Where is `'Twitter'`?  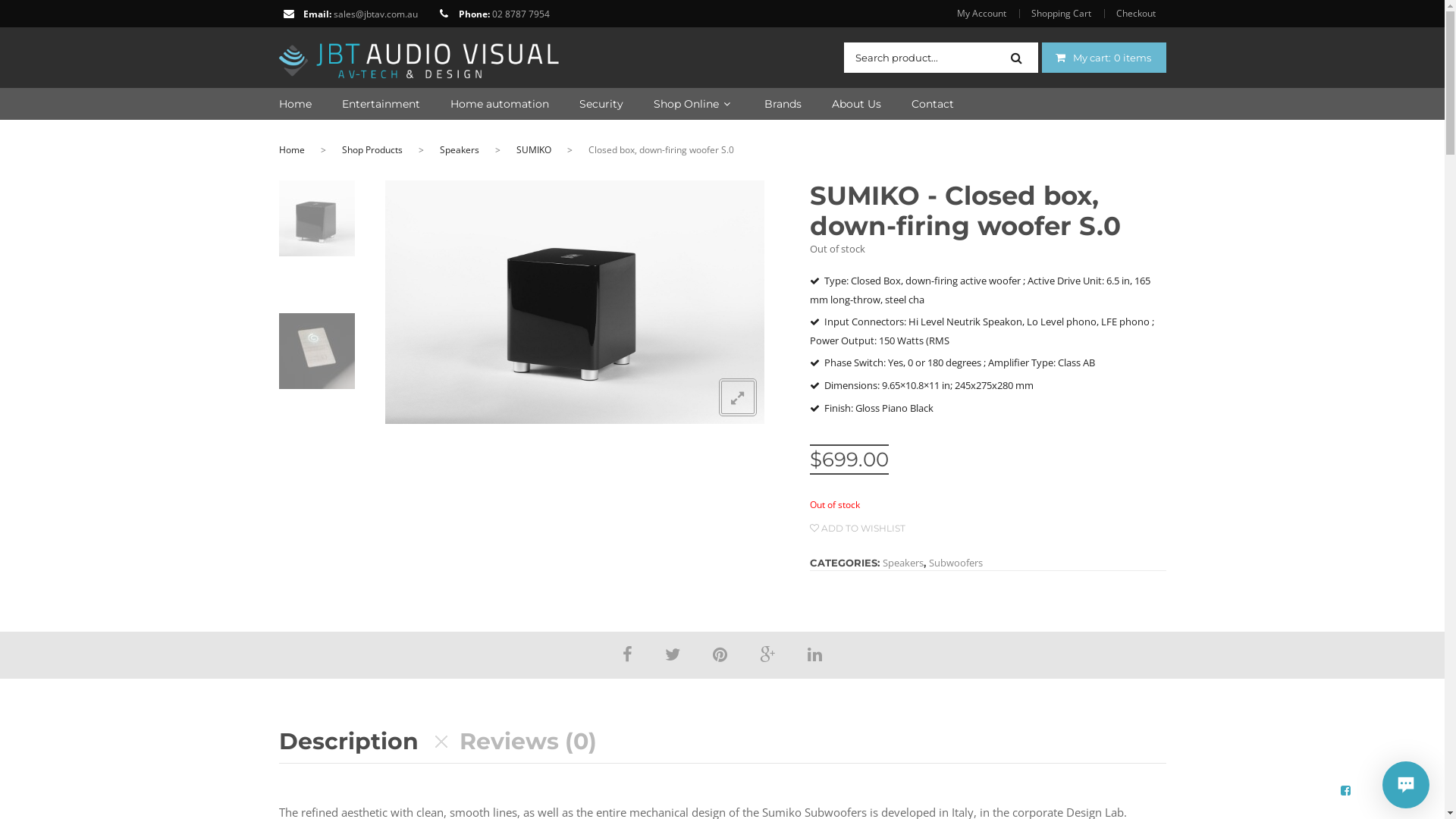 'Twitter' is located at coordinates (672, 652).